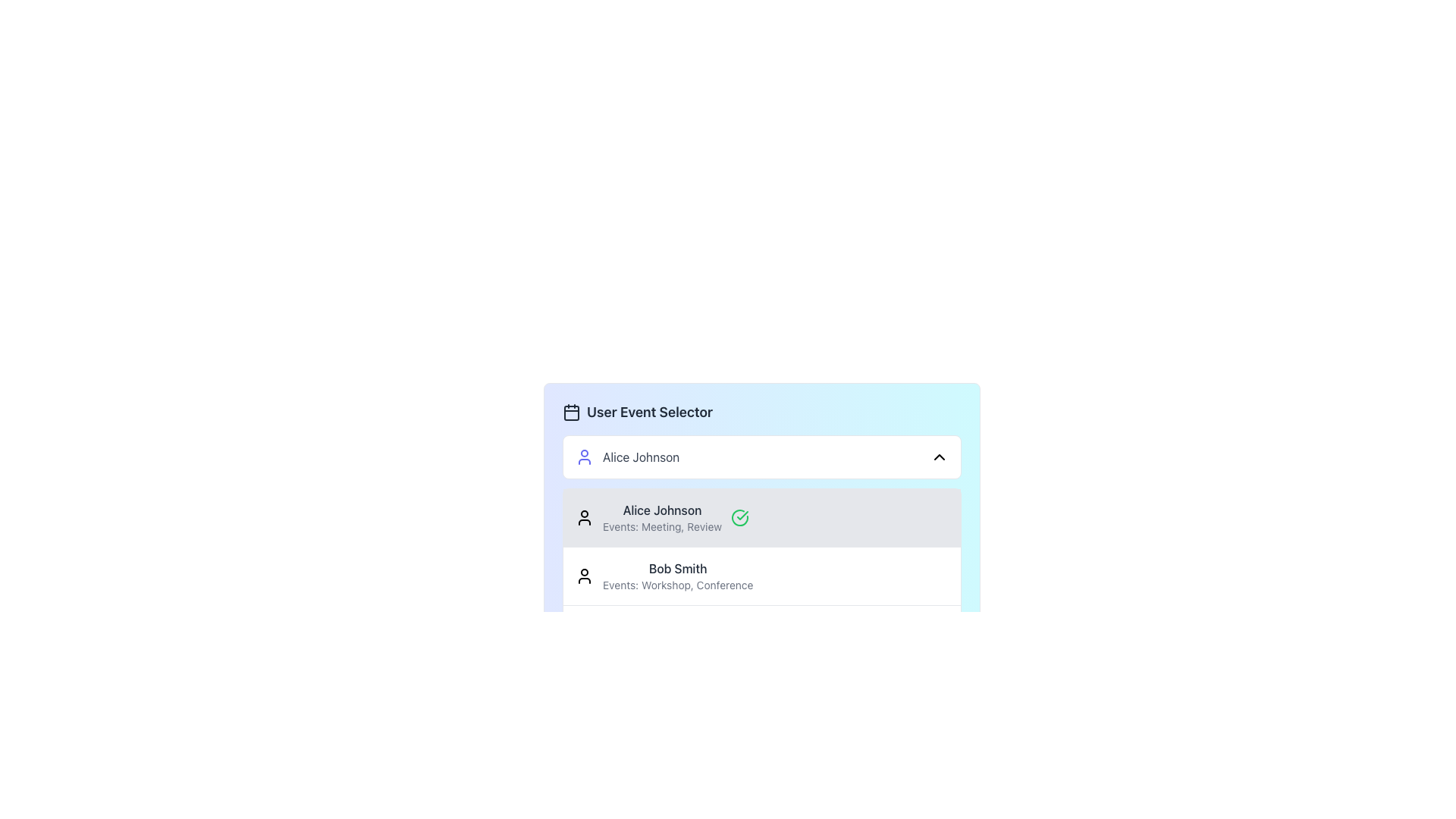 The image size is (1456, 819). I want to click on the Text Label displaying 'Events: Meeting, Review' located directly beneath 'Alice Johnson', so click(662, 526).